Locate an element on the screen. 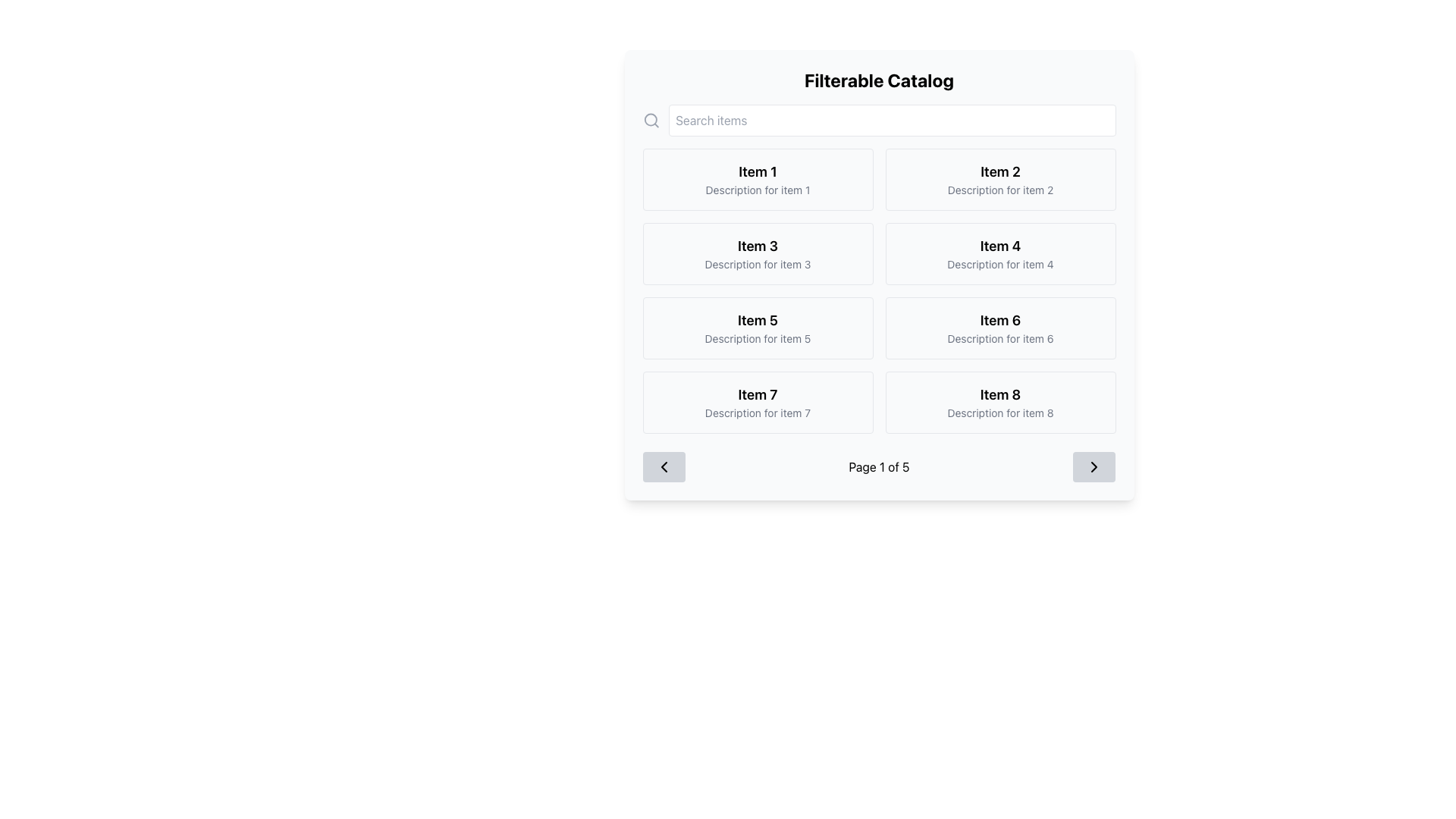 This screenshot has height=819, width=1456. the small triangular chevron icon pointing left located in the pagination area at the bottom left corner of the interface is located at coordinates (664, 466).